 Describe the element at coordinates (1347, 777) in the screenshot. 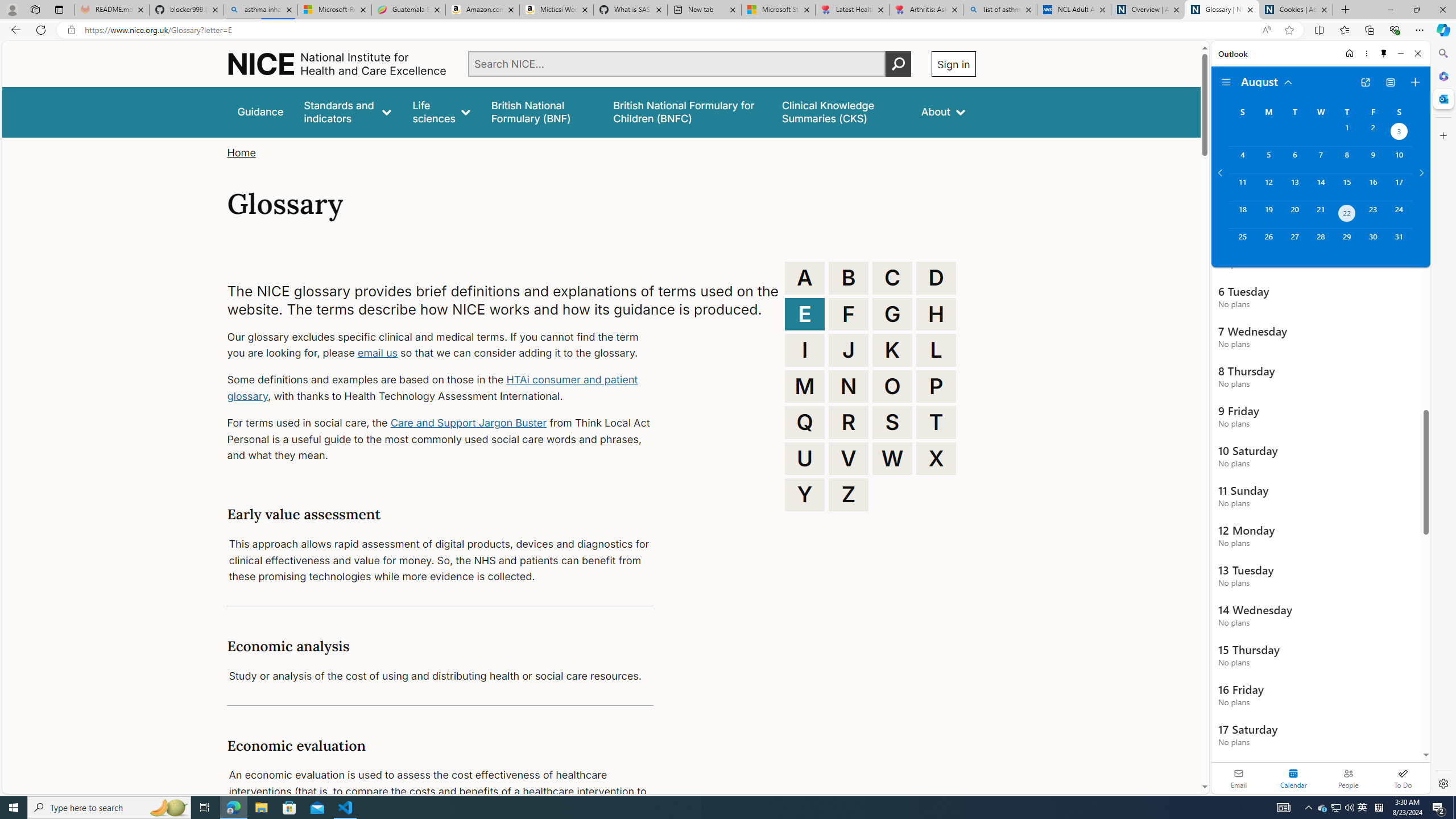

I see `'People'` at that location.